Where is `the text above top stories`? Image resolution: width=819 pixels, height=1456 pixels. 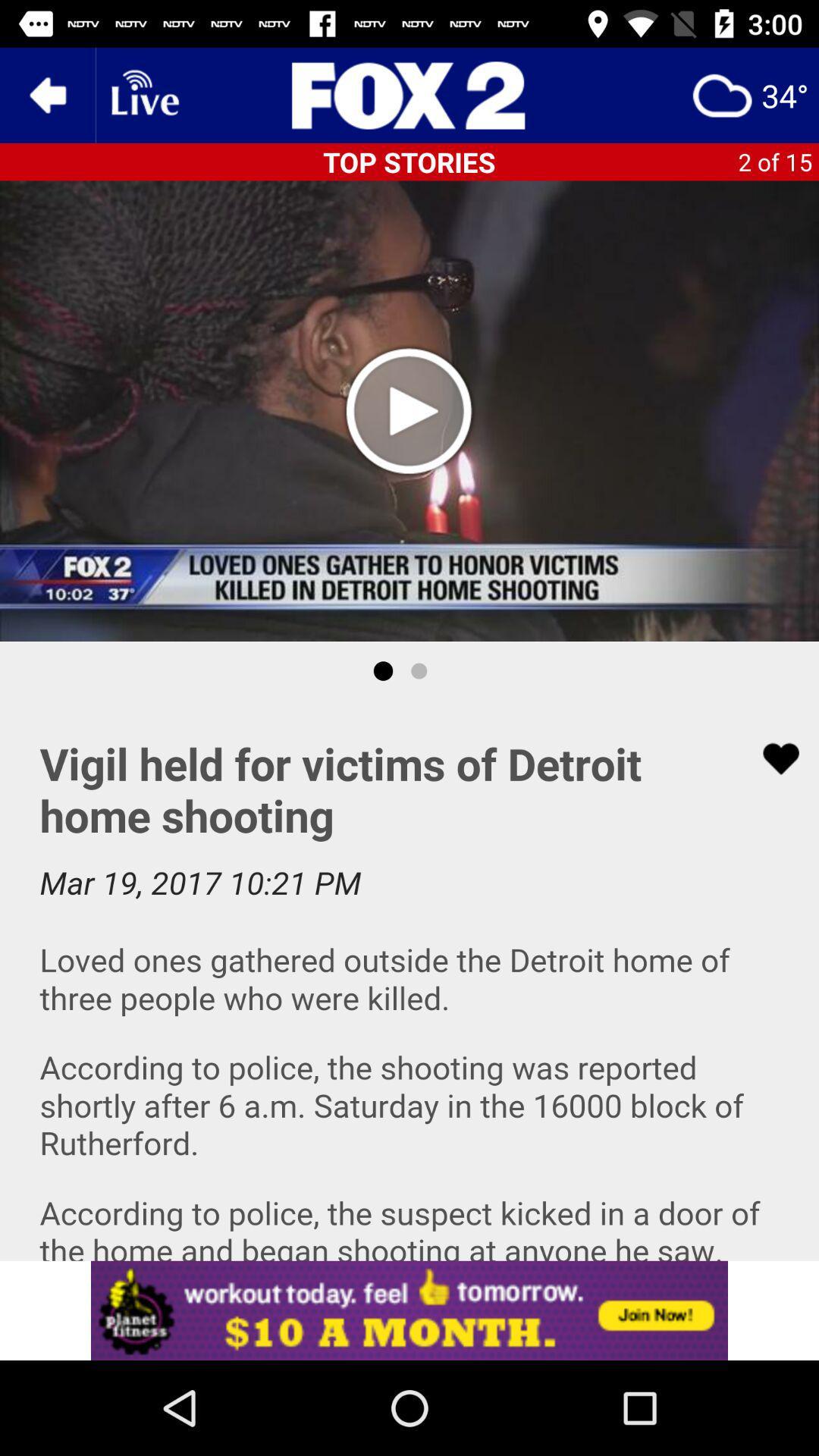
the text above top stories is located at coordinates (409, 94).